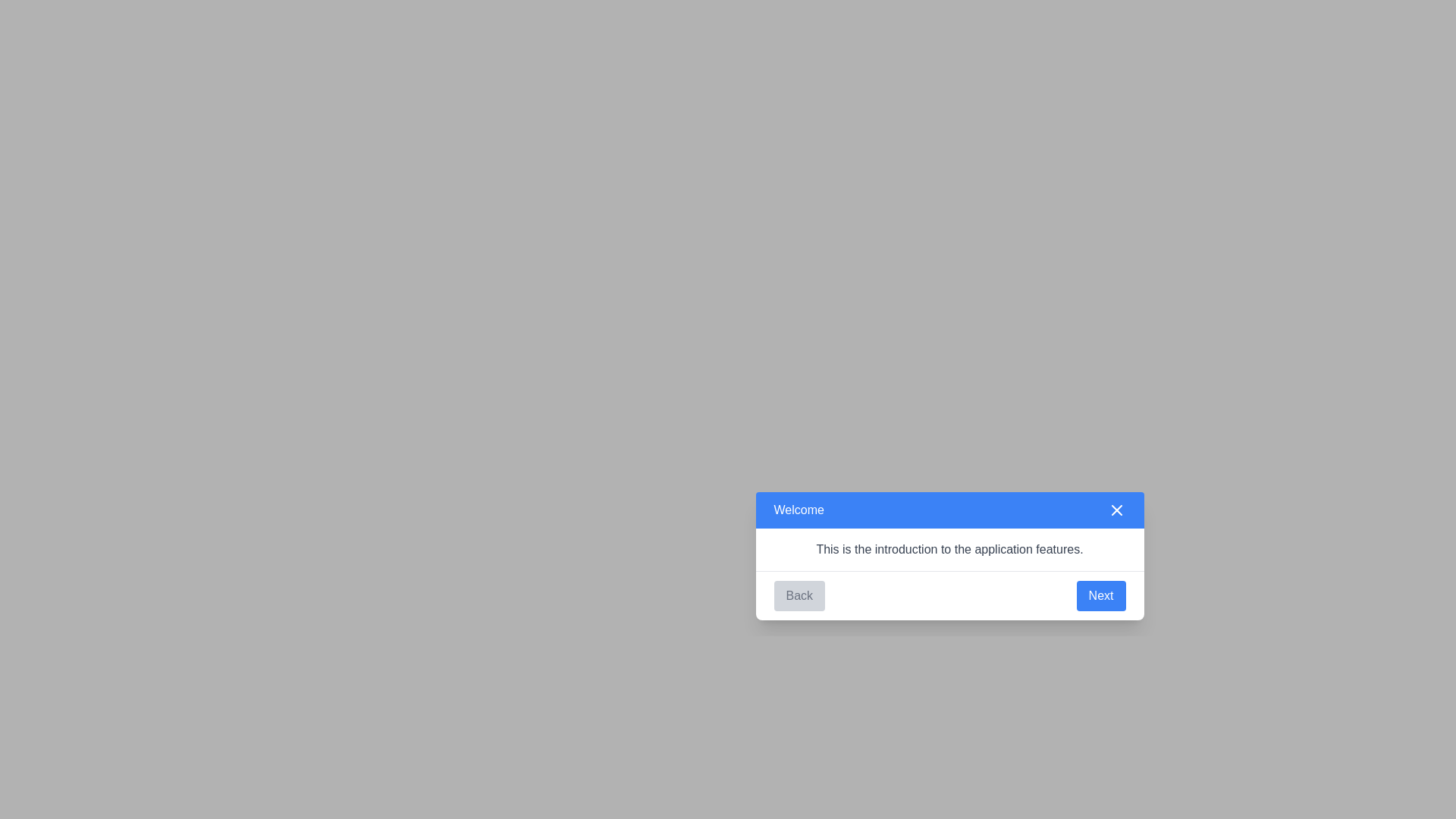 This screenshot has height=819, width=1456. Describe the element at coordinates (1116, 510) in the screenshot. I see `the close icon represented by a diagonal cross in the upper-right corner of the dialog box` at that location.